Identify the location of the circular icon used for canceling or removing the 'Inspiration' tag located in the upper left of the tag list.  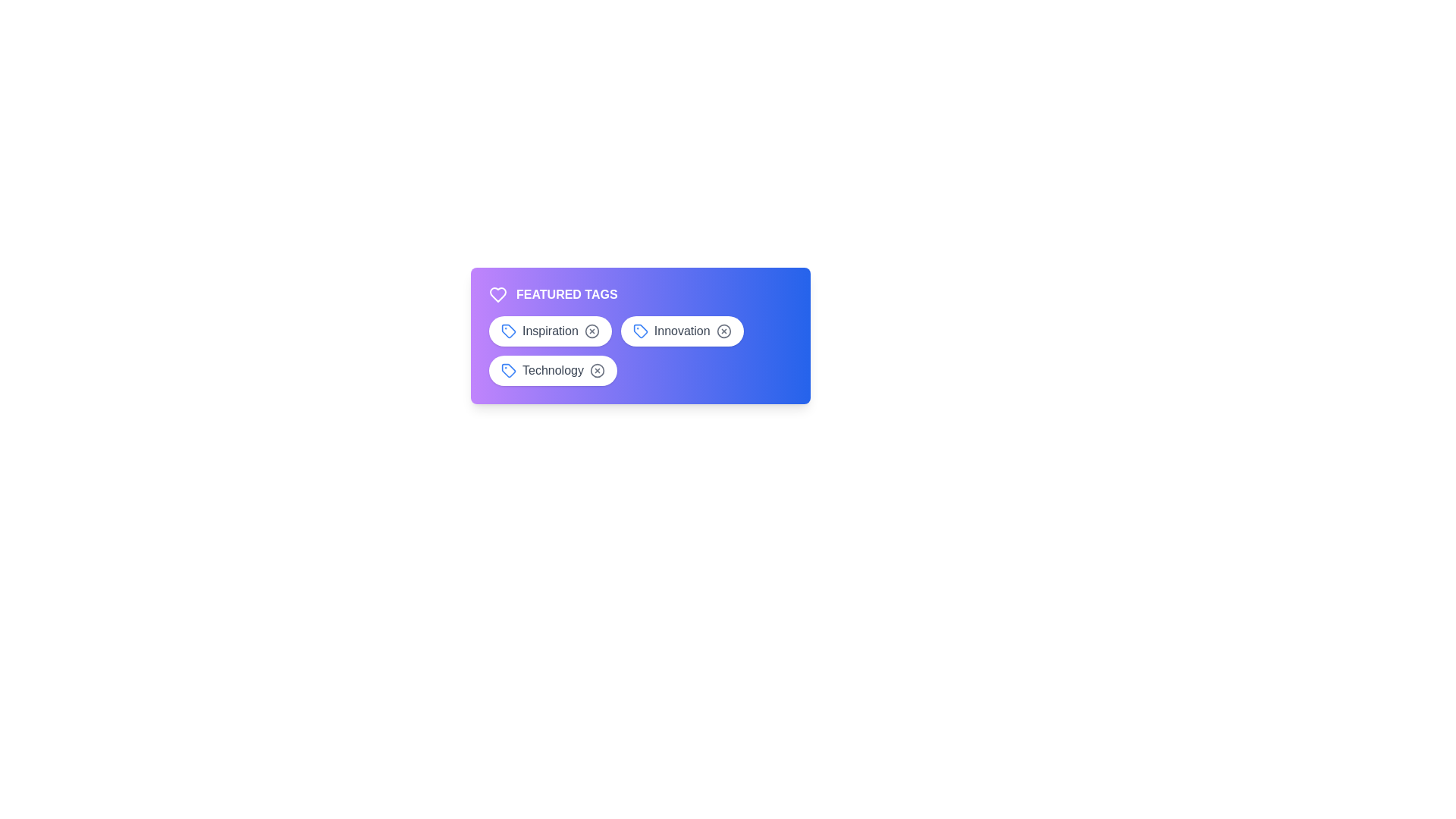
(591, 330).